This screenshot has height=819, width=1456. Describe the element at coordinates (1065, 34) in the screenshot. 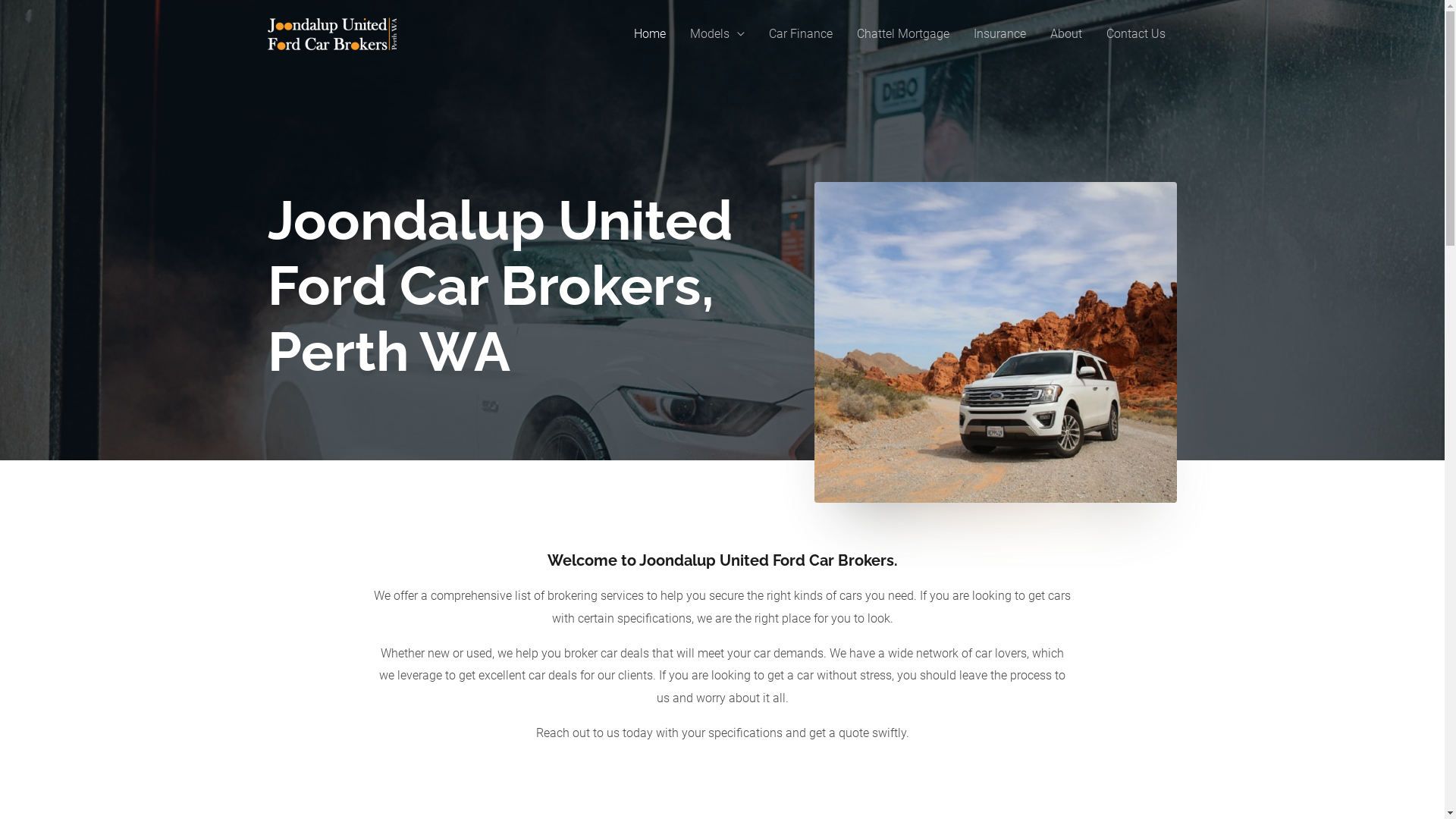

I see `'About'` at that location.